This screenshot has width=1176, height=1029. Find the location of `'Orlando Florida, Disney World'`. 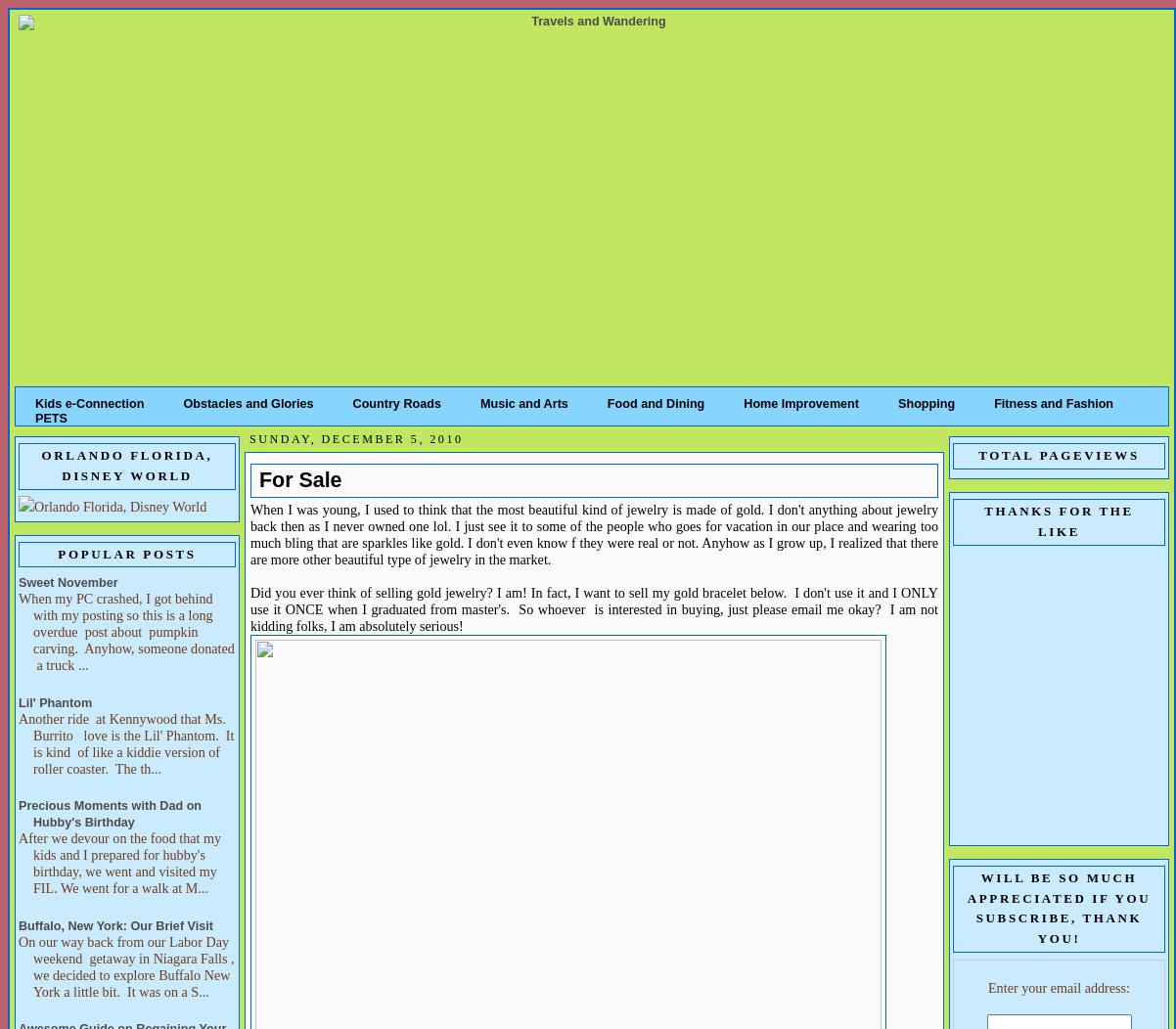

'Orlando Florida, Disney World' is located at coordinates (126, 465).